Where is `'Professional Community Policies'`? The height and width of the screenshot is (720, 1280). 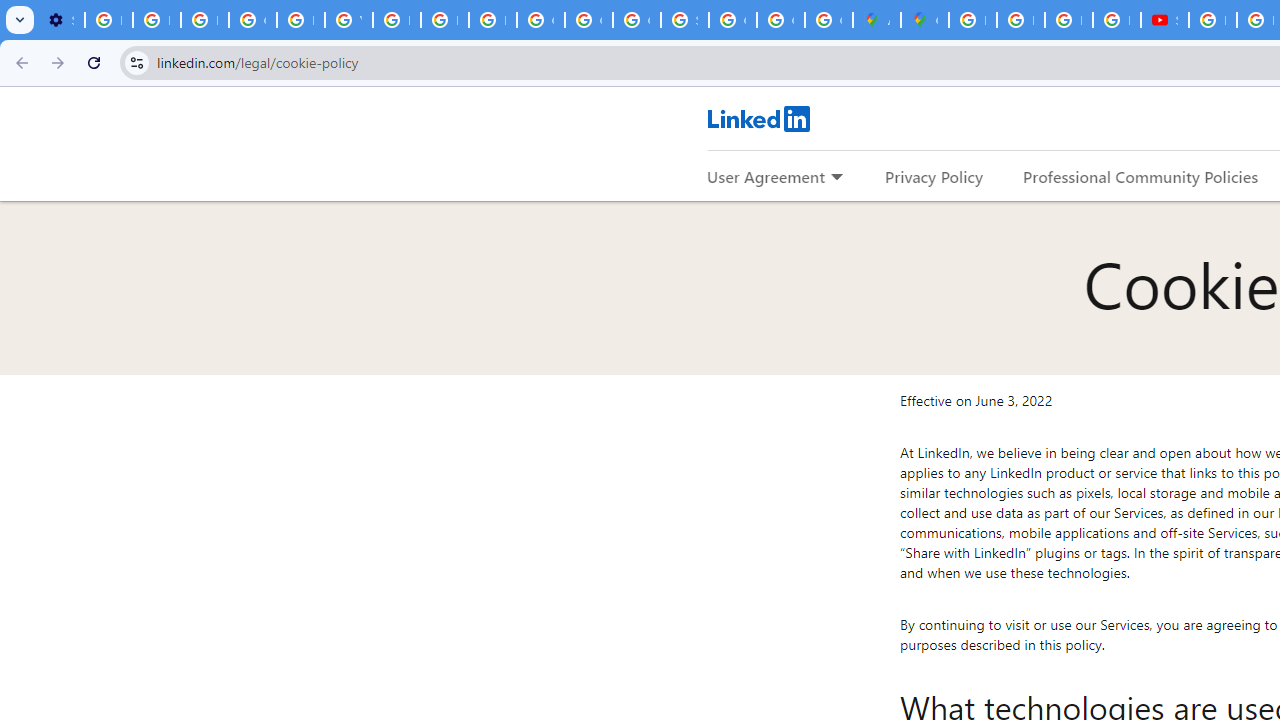 'Professional Community Policies' is located at coordinates (1141, 175).